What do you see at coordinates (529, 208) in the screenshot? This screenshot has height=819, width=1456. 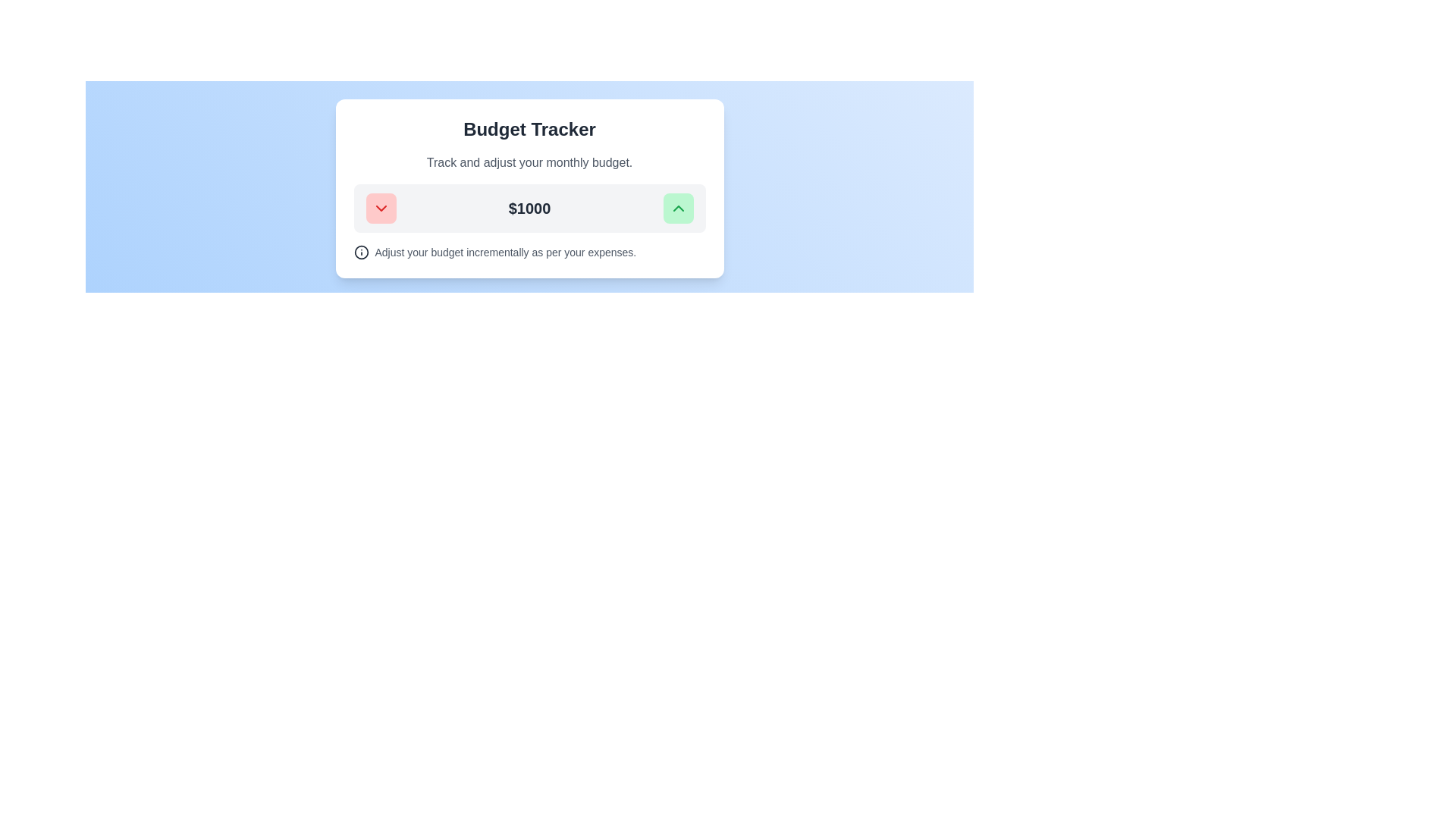 I see `the text display box that shows the user's current budget value, located centrally beneath the title 'Budget Tracker' and the subtitle 'Track and adjust your monthly budget'` at bounding box center [529, 208].